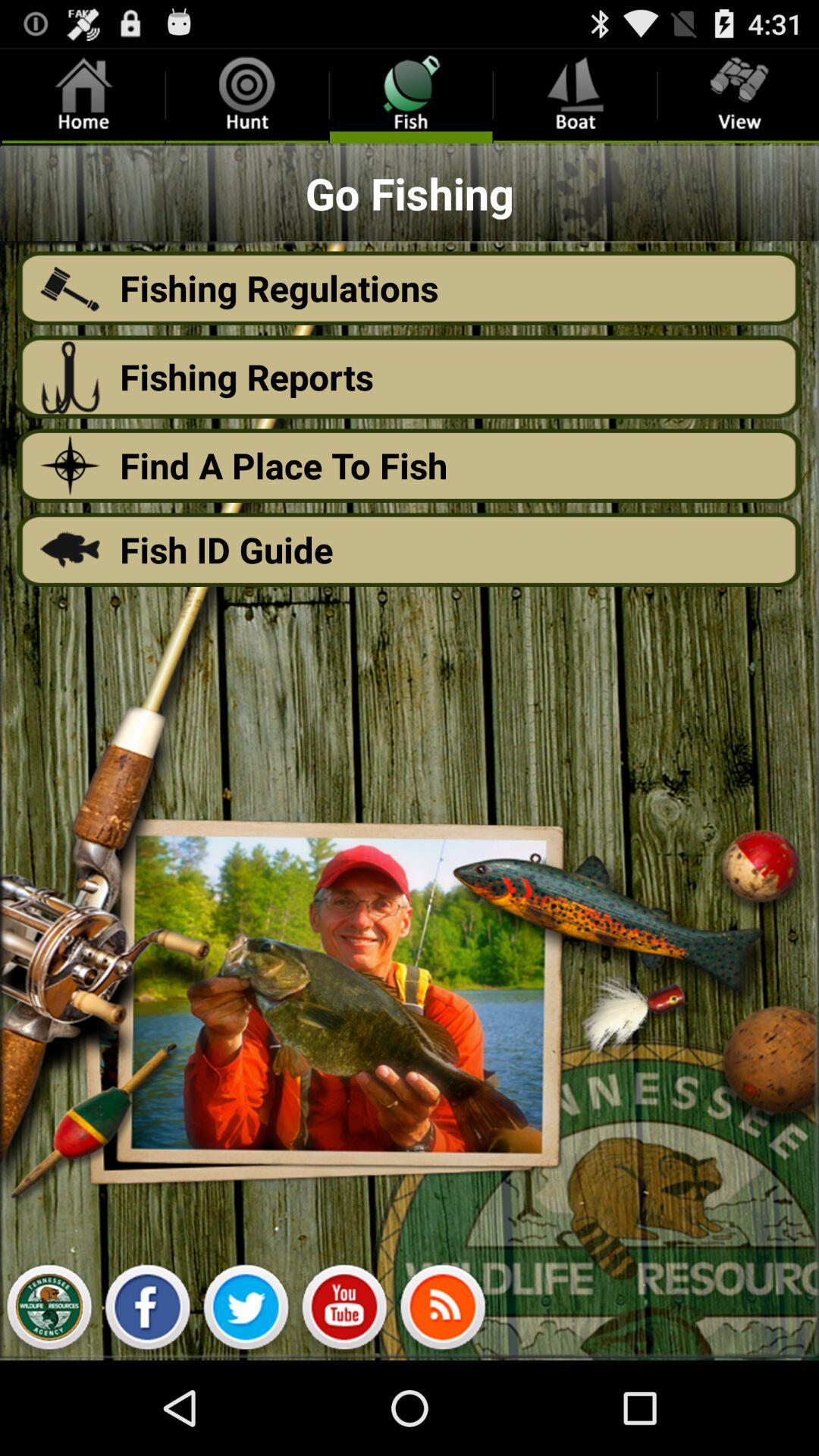  What do you see at coordinates (442, 1310) in the screenshot?
I see `volume raise` at bounding box center [442, 1310].